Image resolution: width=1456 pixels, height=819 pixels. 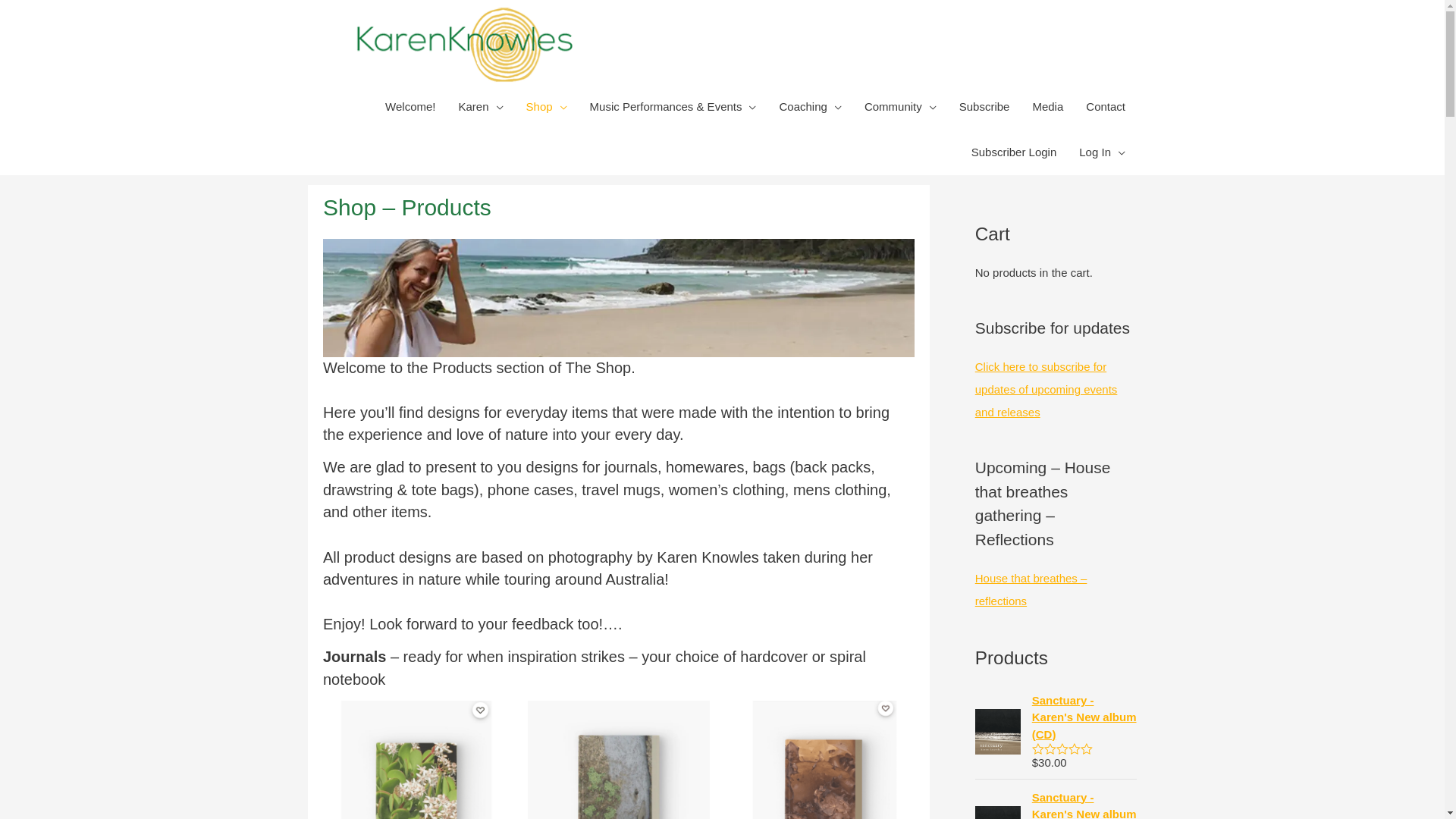 I want to click on 'Subscribe', so click(x=984, y=106).